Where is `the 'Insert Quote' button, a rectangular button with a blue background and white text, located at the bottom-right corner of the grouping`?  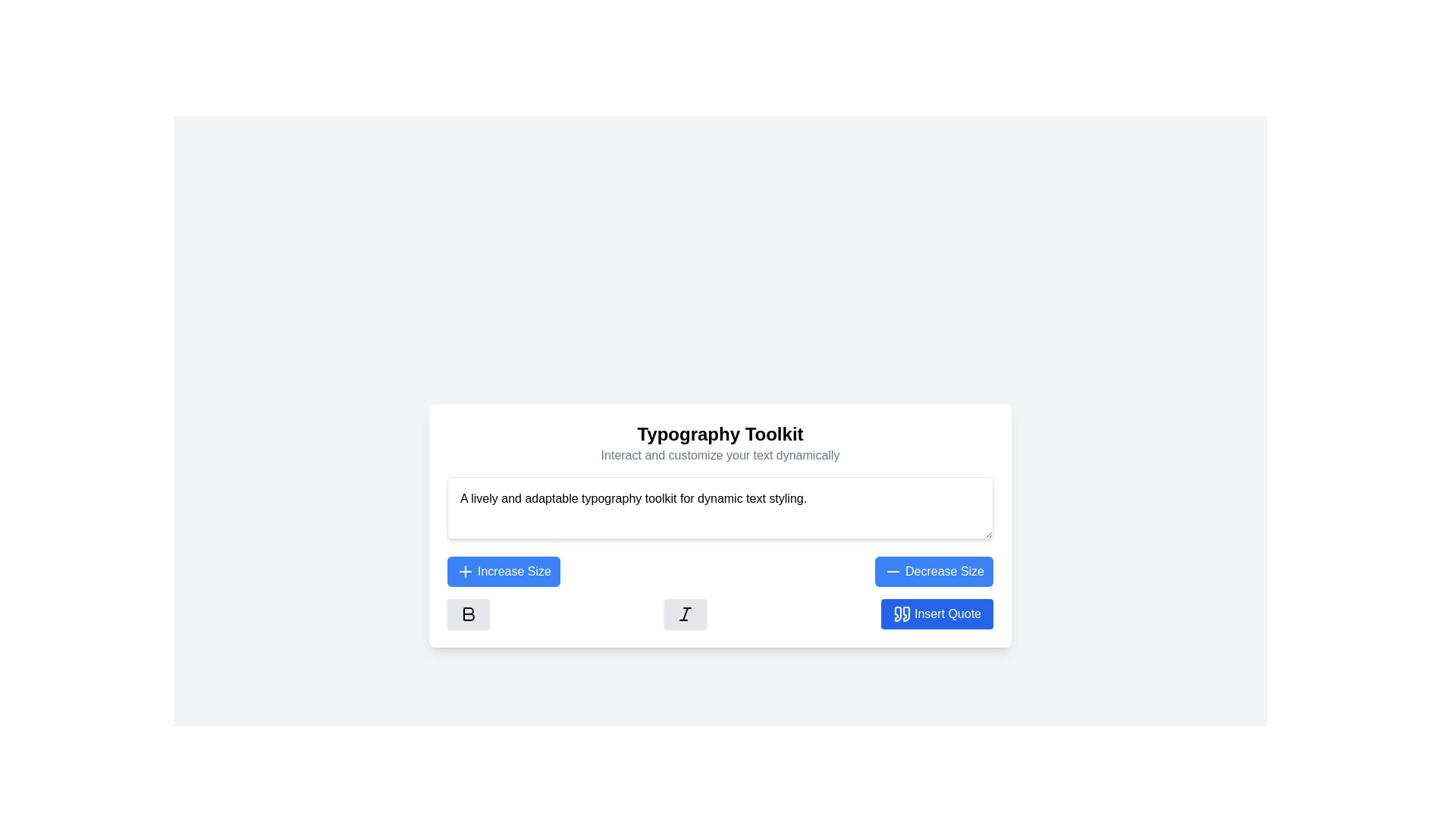 the 'Insert Quote' button, a rectangular button with a blue background and white text, located at the bottom-right corner of the grouping is located at coordinates (936, 613).